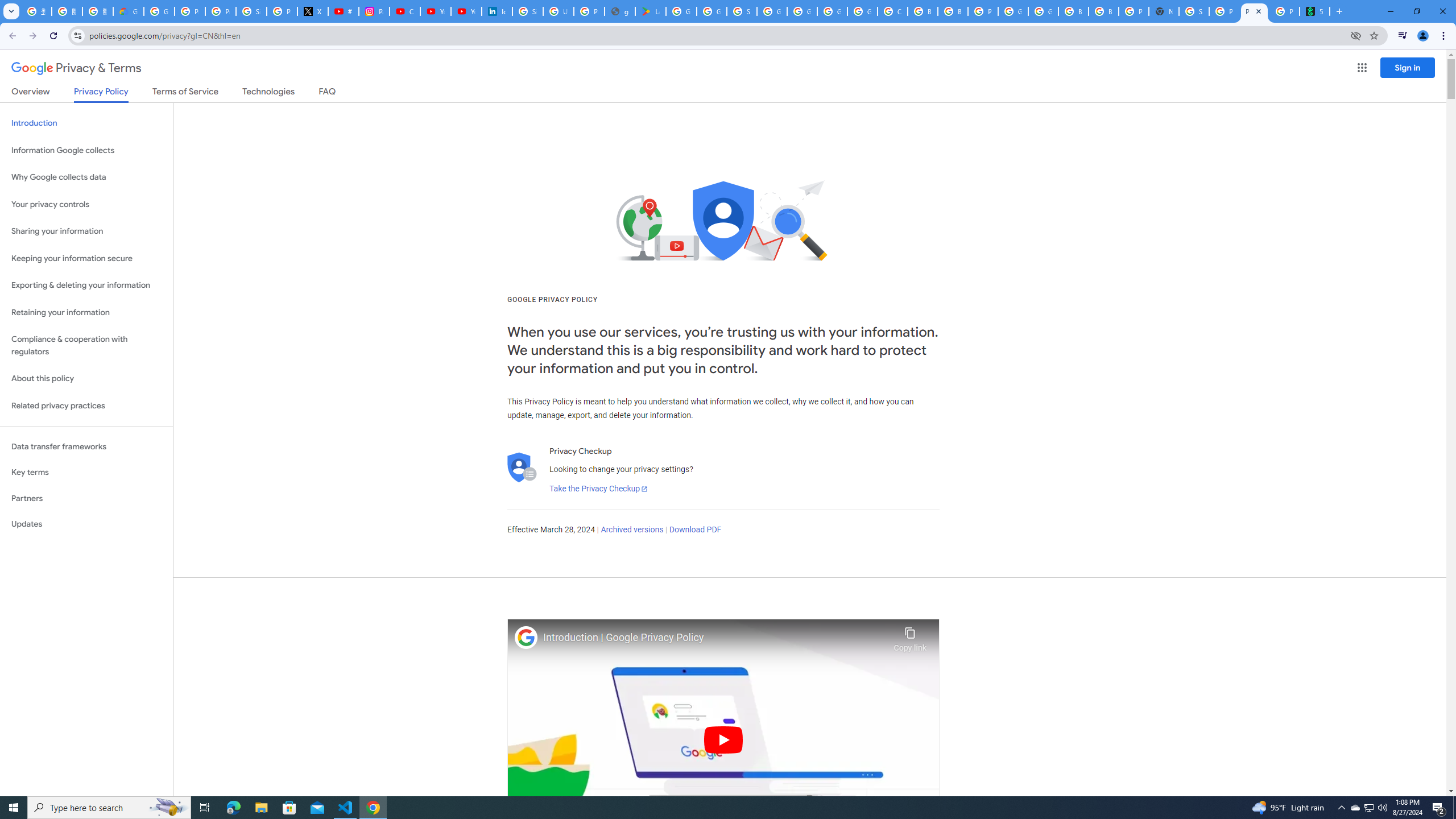  I want to click on 'Google Cloud Privacy Notice', so click(127, 11).